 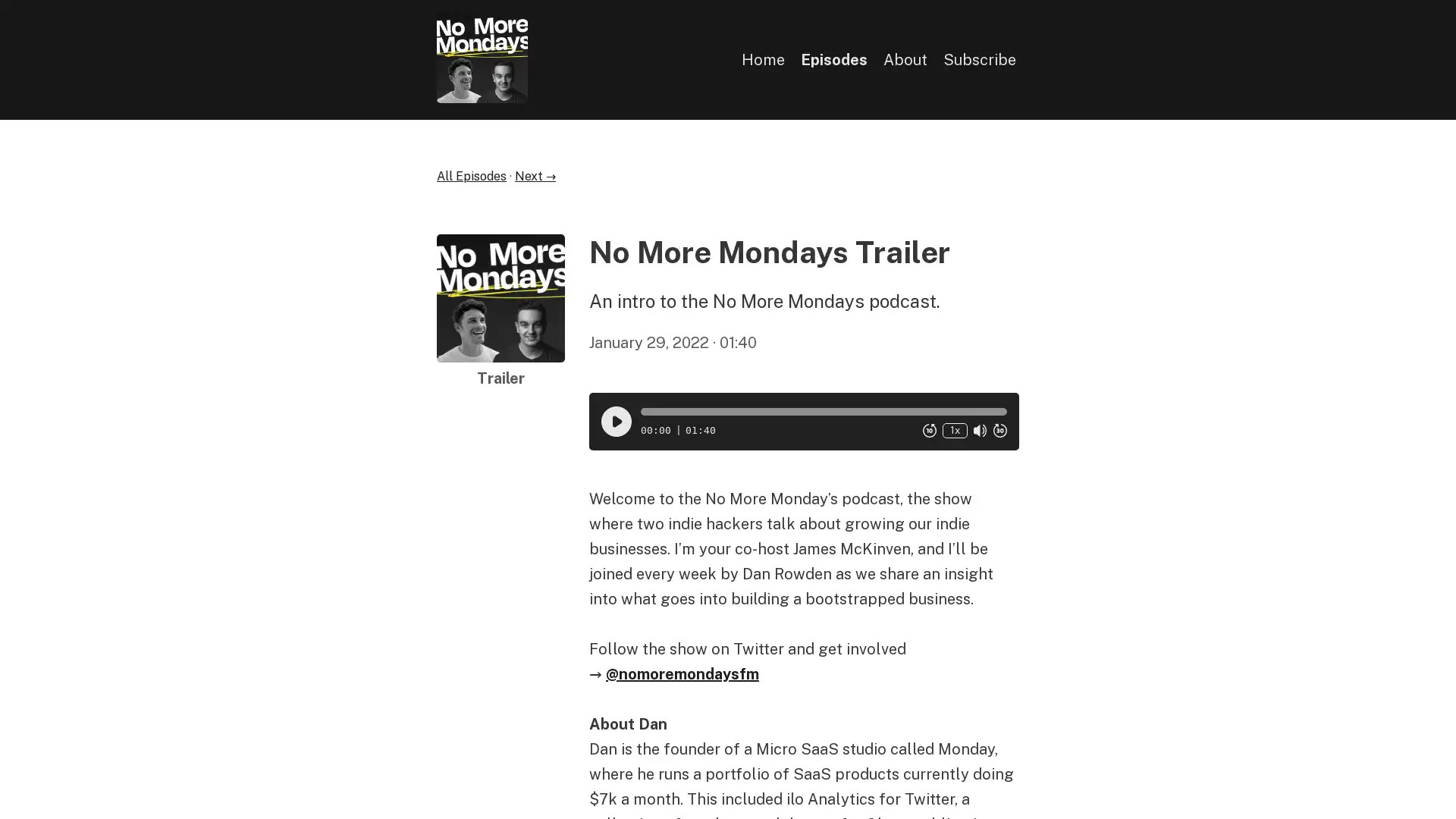 What do you see at coordinates (999, 430) in the screenshot?
I see `fast forward` at bounding box center [999, 430].